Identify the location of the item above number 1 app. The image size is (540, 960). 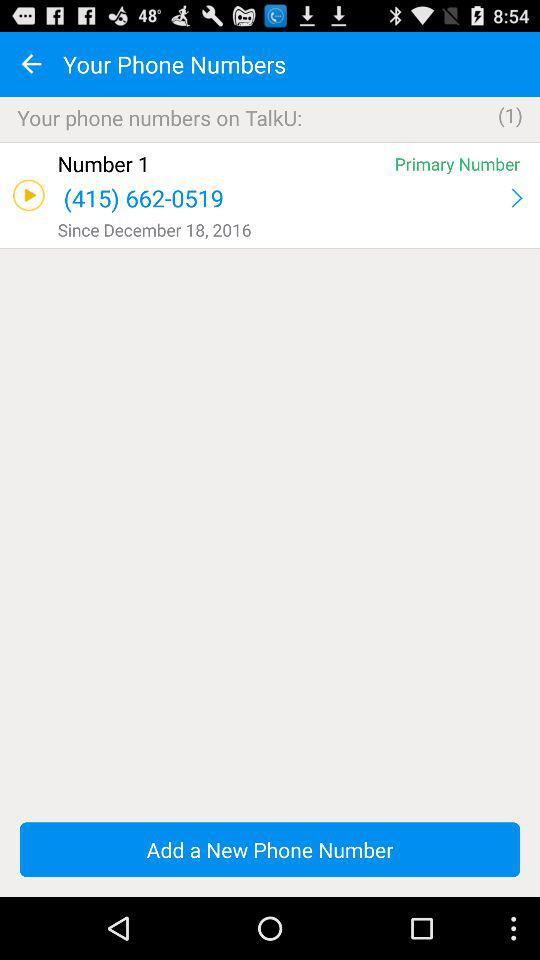
(270, 141).